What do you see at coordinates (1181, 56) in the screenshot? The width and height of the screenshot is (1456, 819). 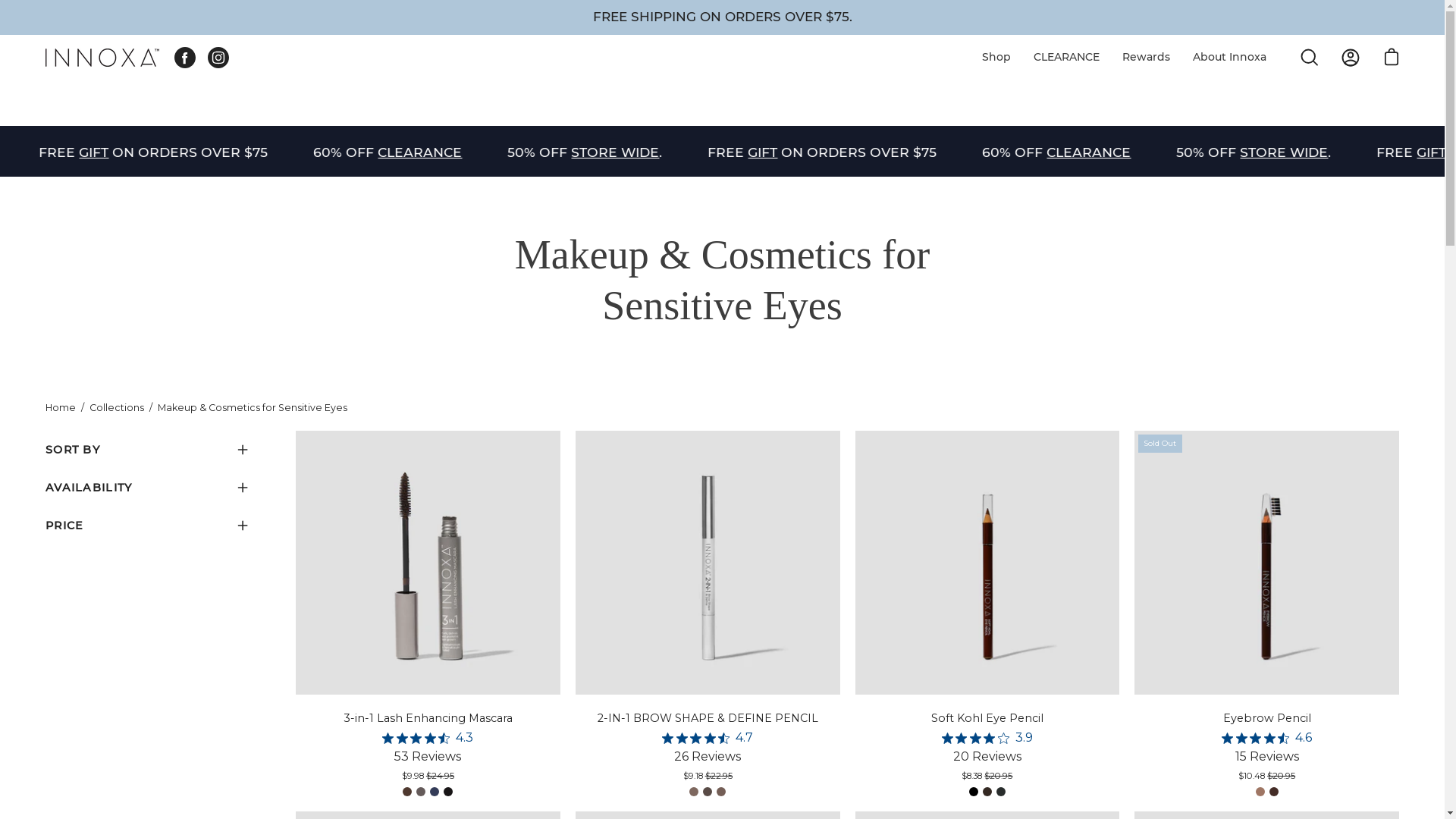 I see `'About Innoxa'` at bounding box center [1181, 56].